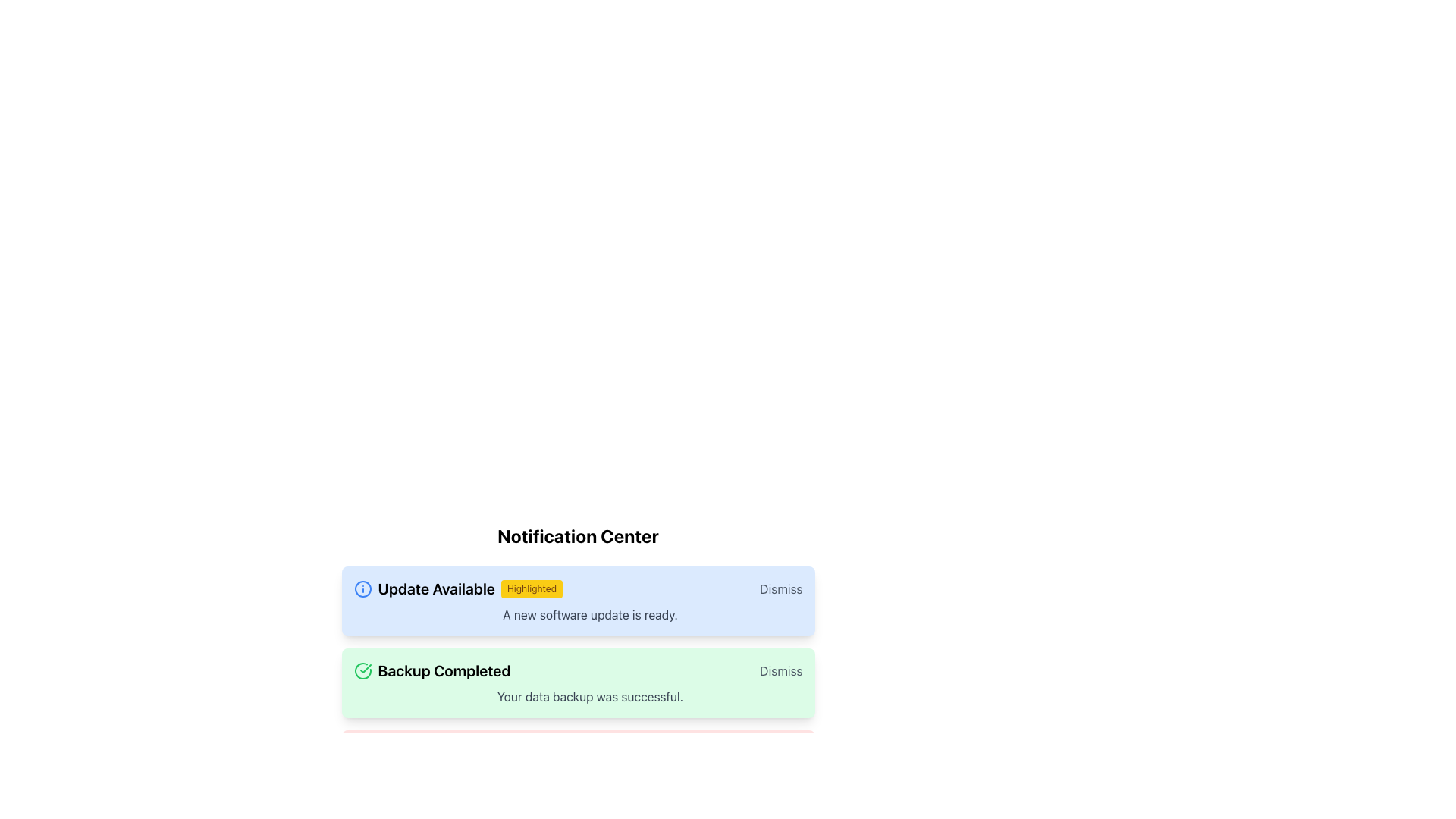 The width and height of the screenshot is (1456, 819). What do you see at coordinates (577, 670) in the screenshot?
I see `the Notification Bar displaying 'Backup Completed'` at bounding box center [577, 670].